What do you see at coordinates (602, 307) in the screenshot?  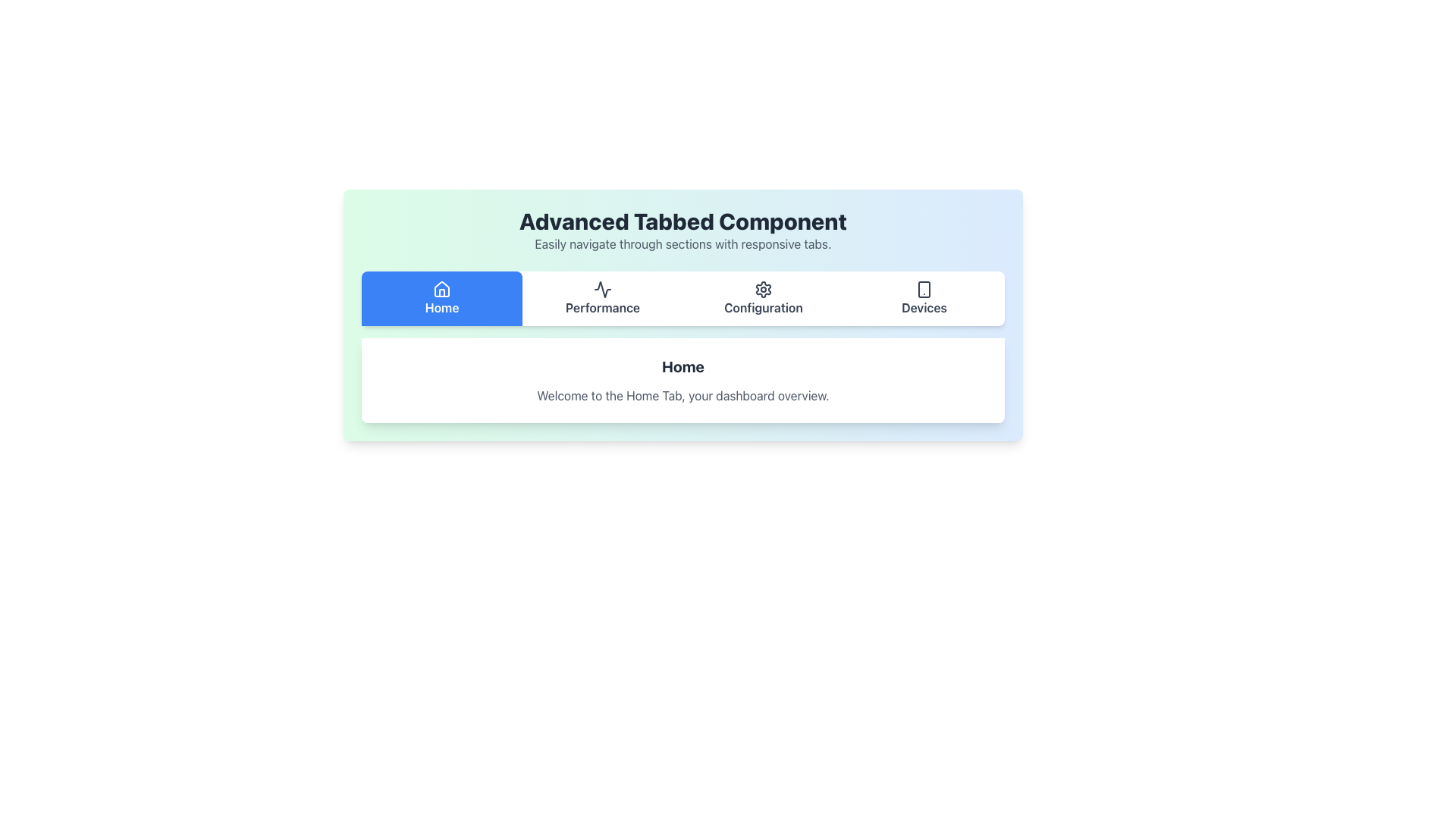 I see `the 'Performance' text label element located in the main navigation bar, which is styled in a regular sans-serif font and is adjacent to a small heartbeat icon` at bounding box center [602, 307].